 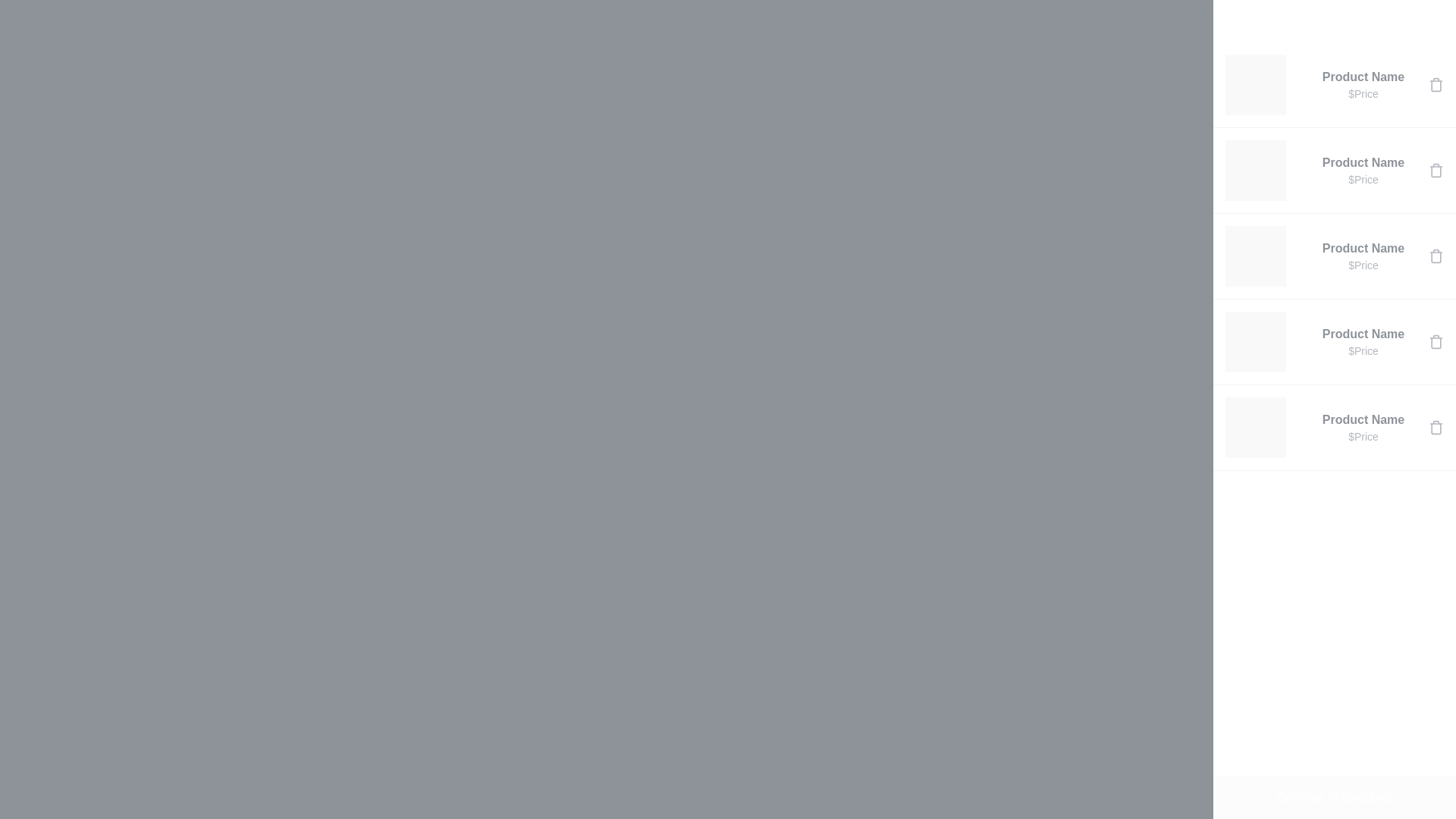 What do you see at coordinates (1436, 170) in the screenshot?
I see `the trash can icon located on the right side of the entry in the vertical list` at bounding box center [1436, 170].